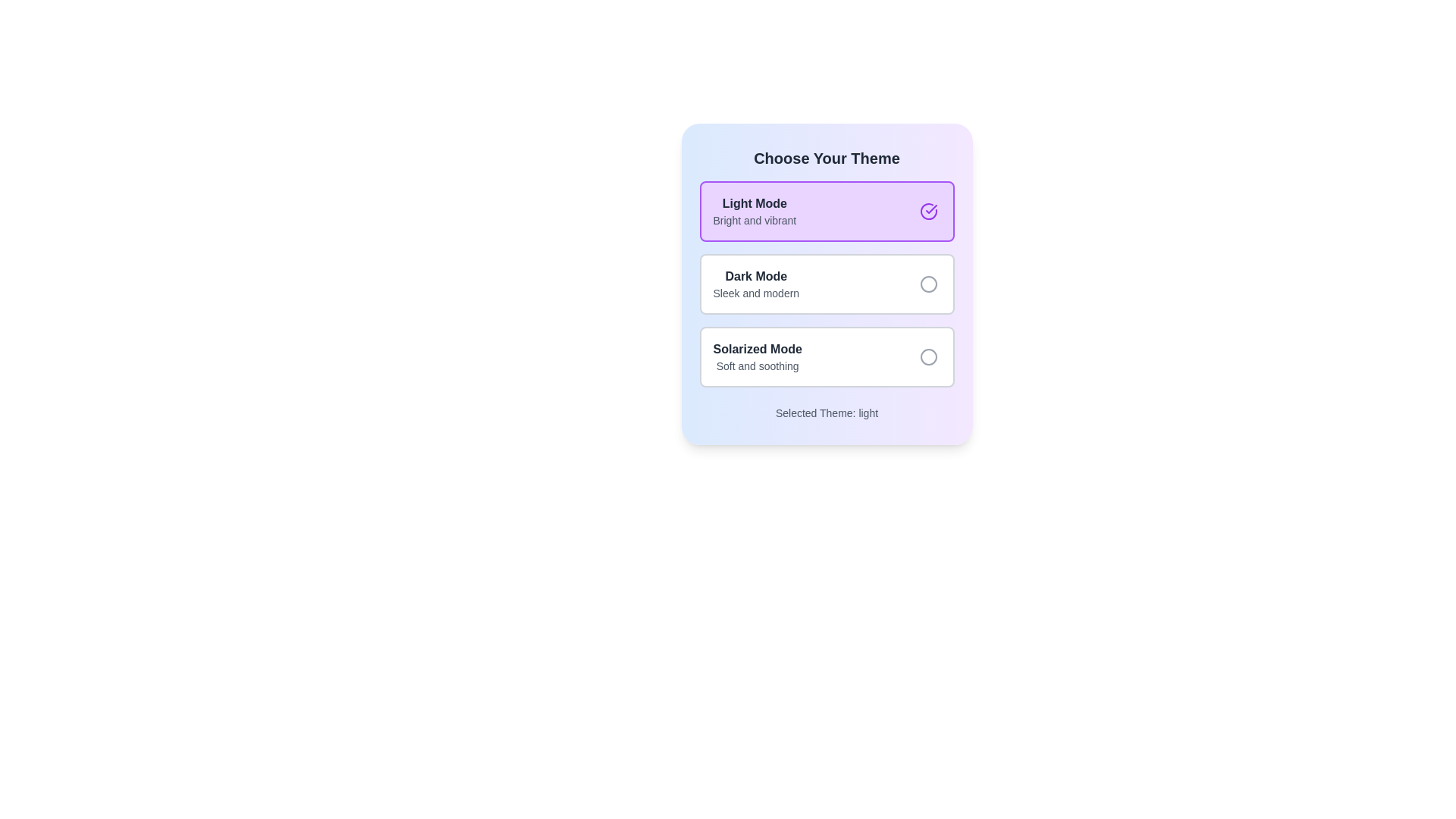  What do you see at coordinates (826, 284) in the screenshot?
I see `the selectable list item labeled 'Dark Mode' with a subtitle 'Sleek and modern', which is the second option in the theme selection list` at bounding box center [826, 284].